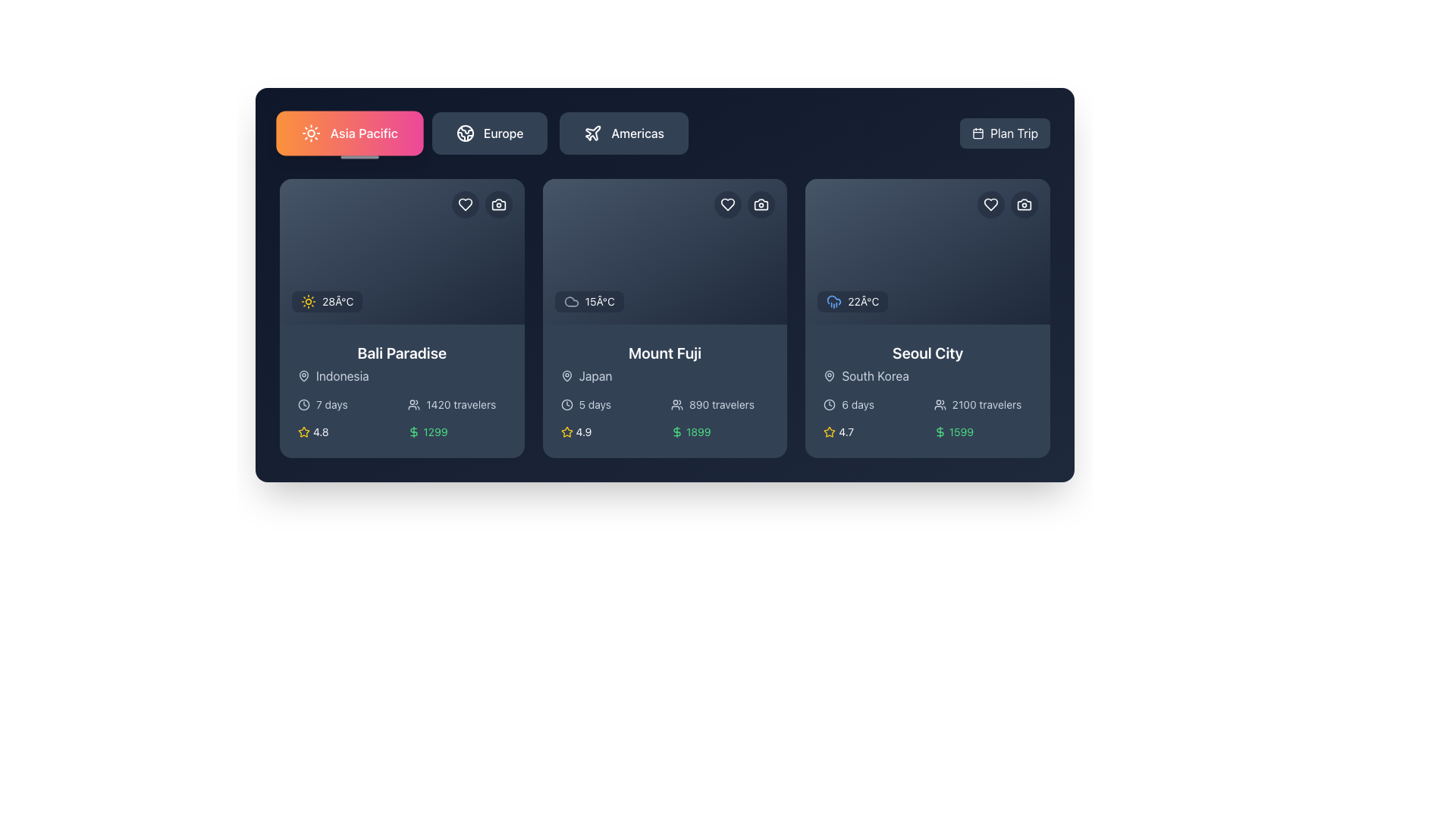 The height and width of the screenshot is (819, 1456). Describe the element at coordinates (858, 403) in the screenshot. I see `the text element displaying '6 days' located in the bottom-left region of the card labeled 'Seoul City', styled in light gray on a dark background` at that location.